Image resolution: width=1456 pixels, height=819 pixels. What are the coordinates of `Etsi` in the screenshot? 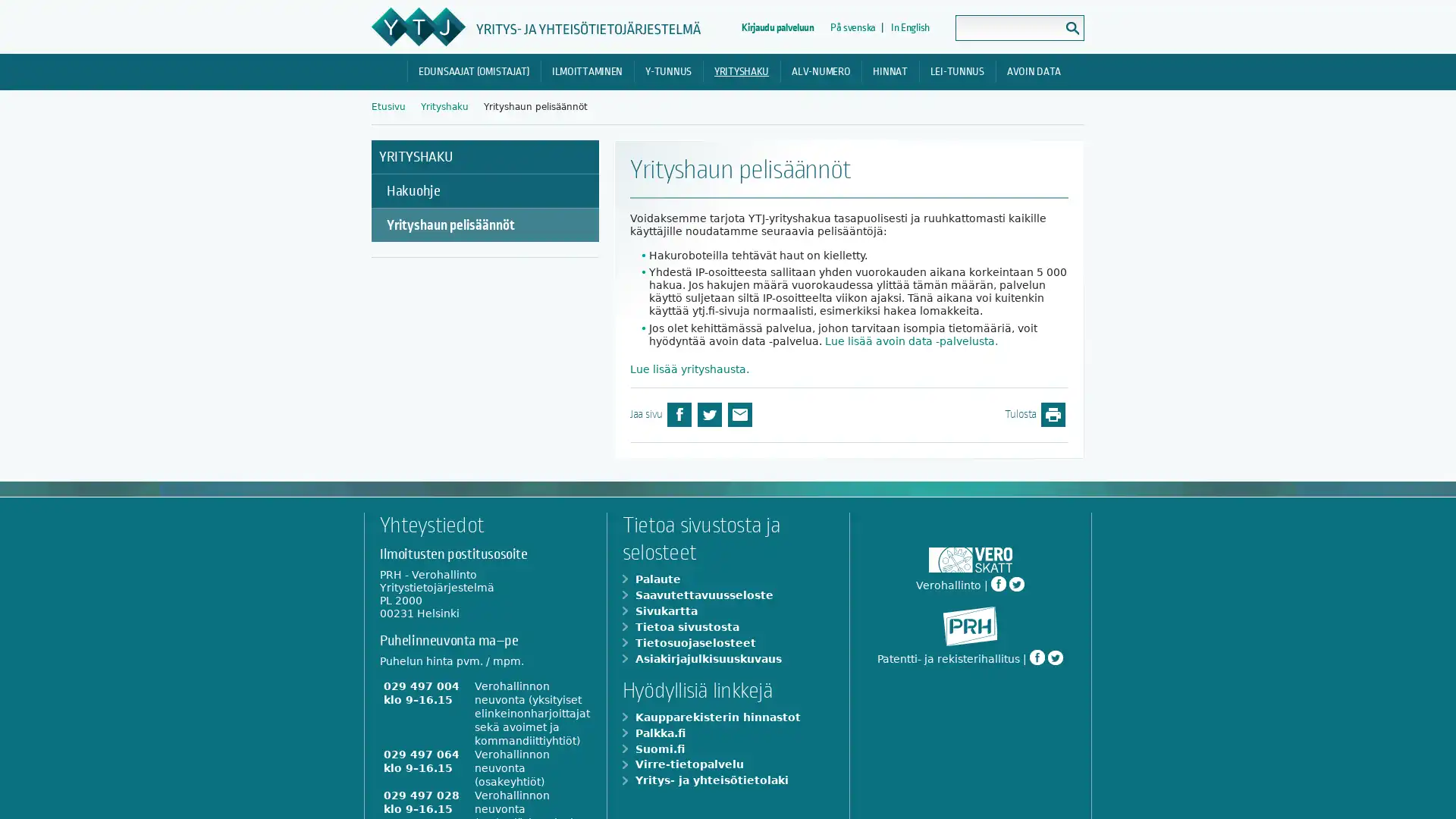 It's located at (1072, 28).